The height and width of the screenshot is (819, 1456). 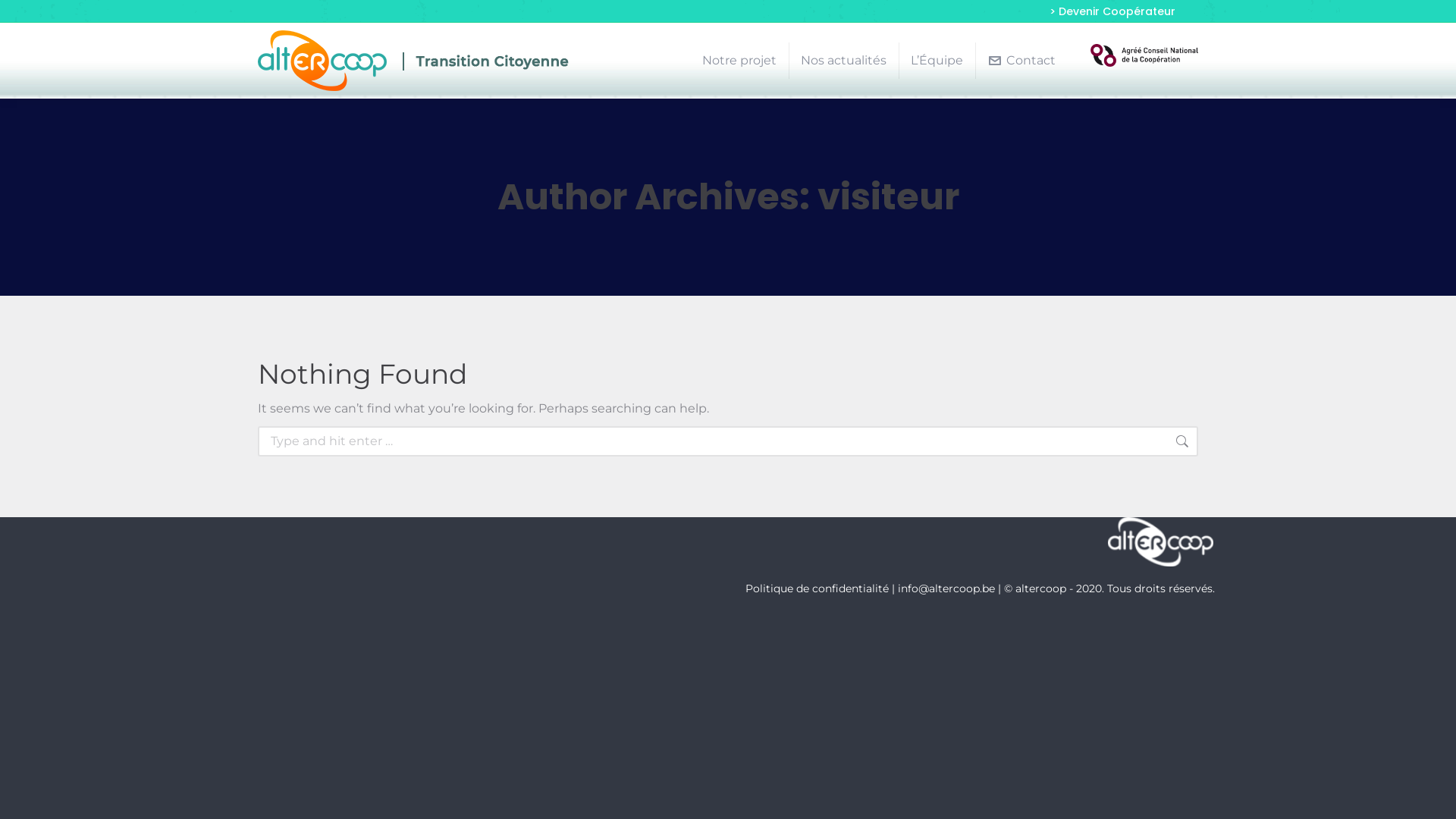 I want to click on 'info@altercoop.be', so click(x=946, y=587).